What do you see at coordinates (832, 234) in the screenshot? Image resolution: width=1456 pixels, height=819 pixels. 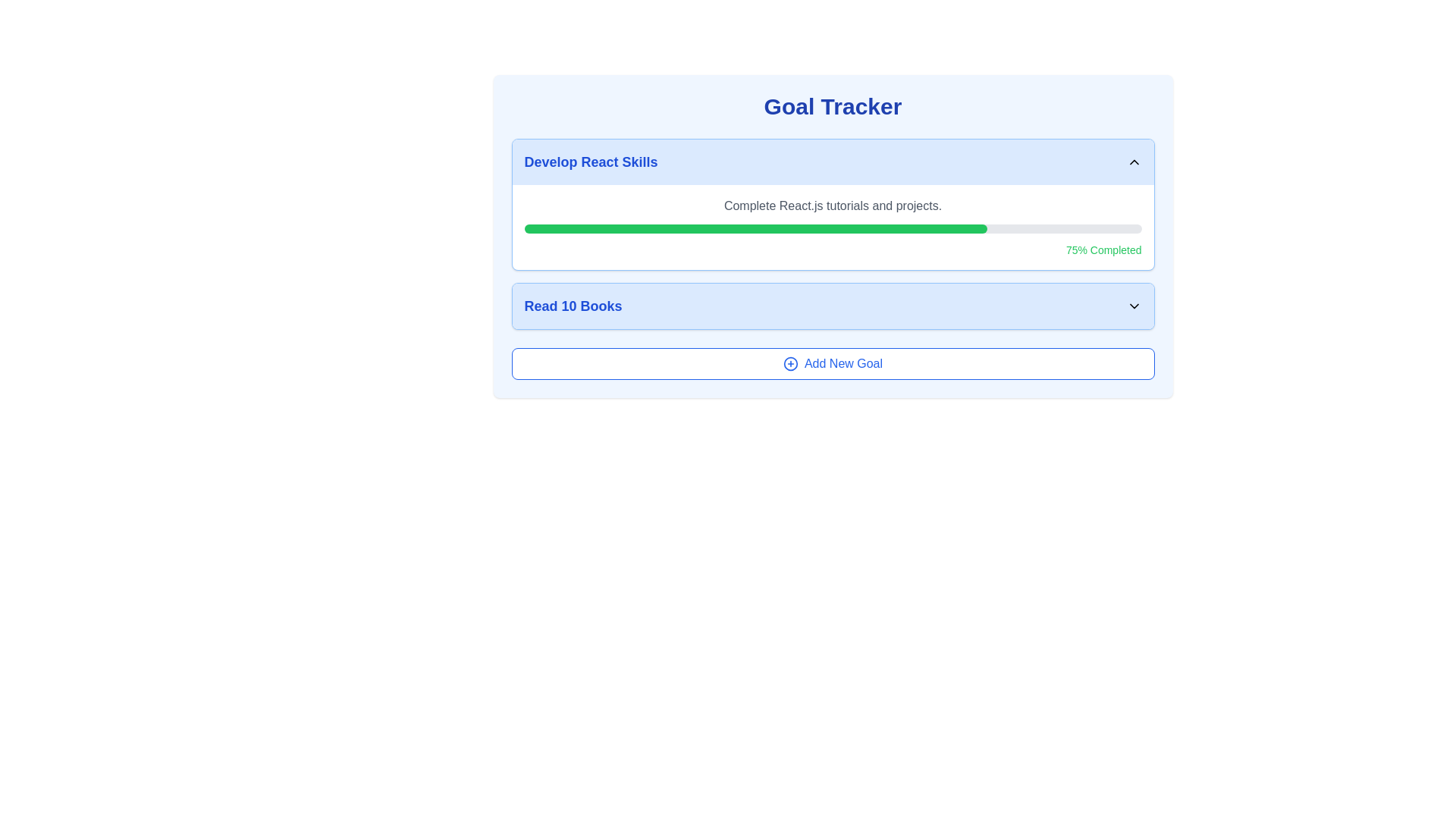 I see `the progress tracker component indicating the user's completion status for the 'Develop React Skills' goal for potential interactivity` at bounding box center [832, 234].